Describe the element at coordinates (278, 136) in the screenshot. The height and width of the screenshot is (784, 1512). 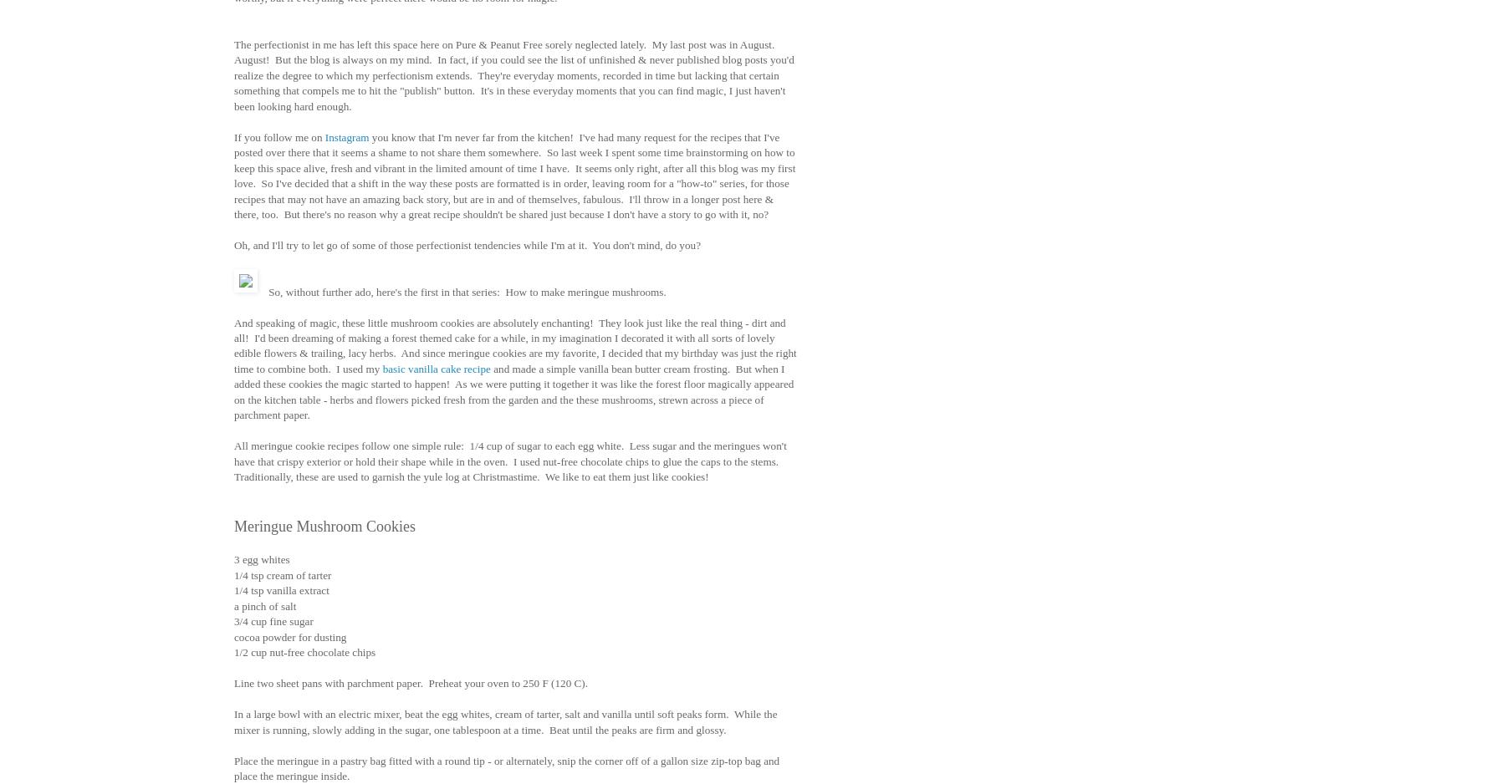
I see `'If you follow me on'` at that location.